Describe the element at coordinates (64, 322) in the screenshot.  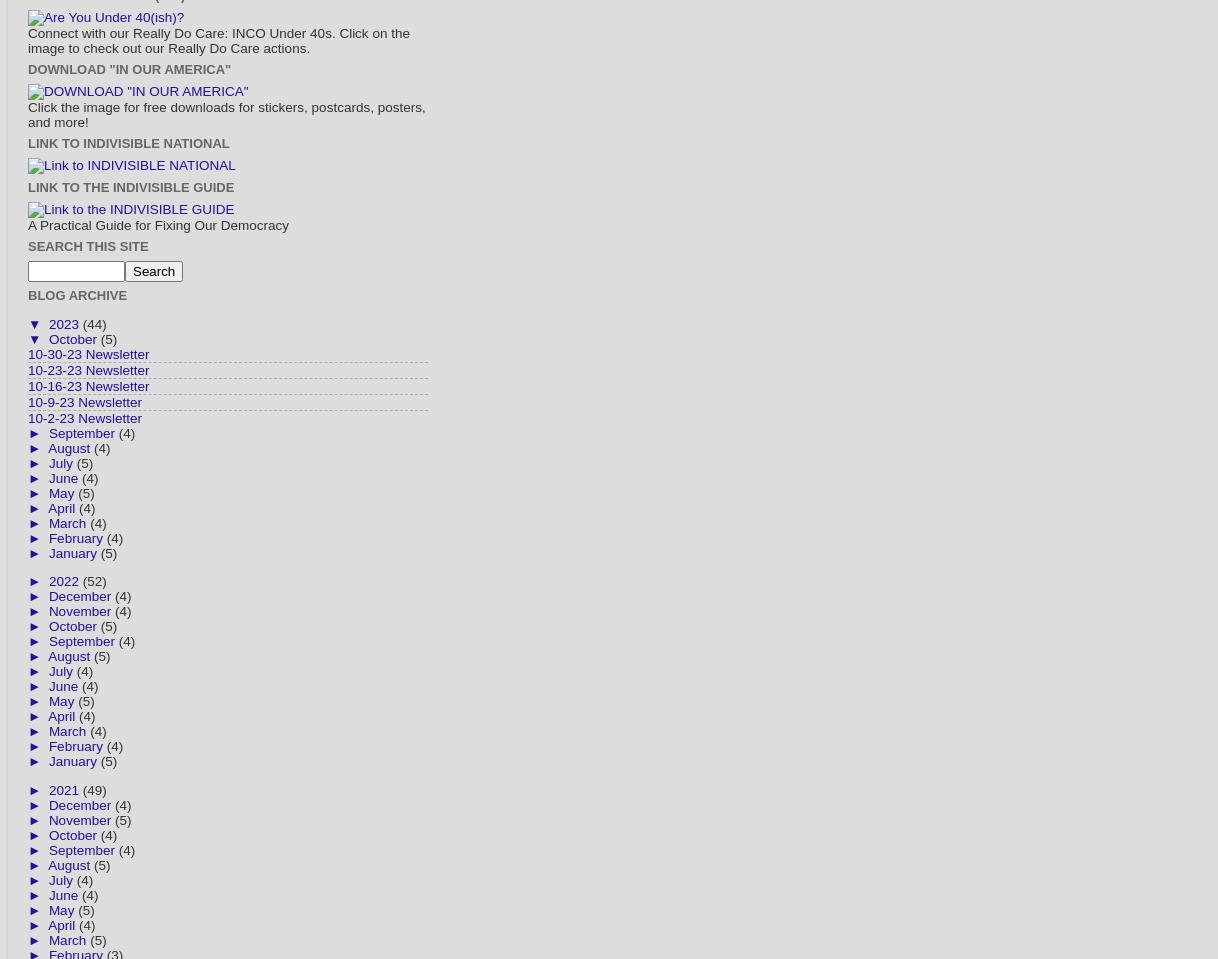
I see `'2023'` at that location.